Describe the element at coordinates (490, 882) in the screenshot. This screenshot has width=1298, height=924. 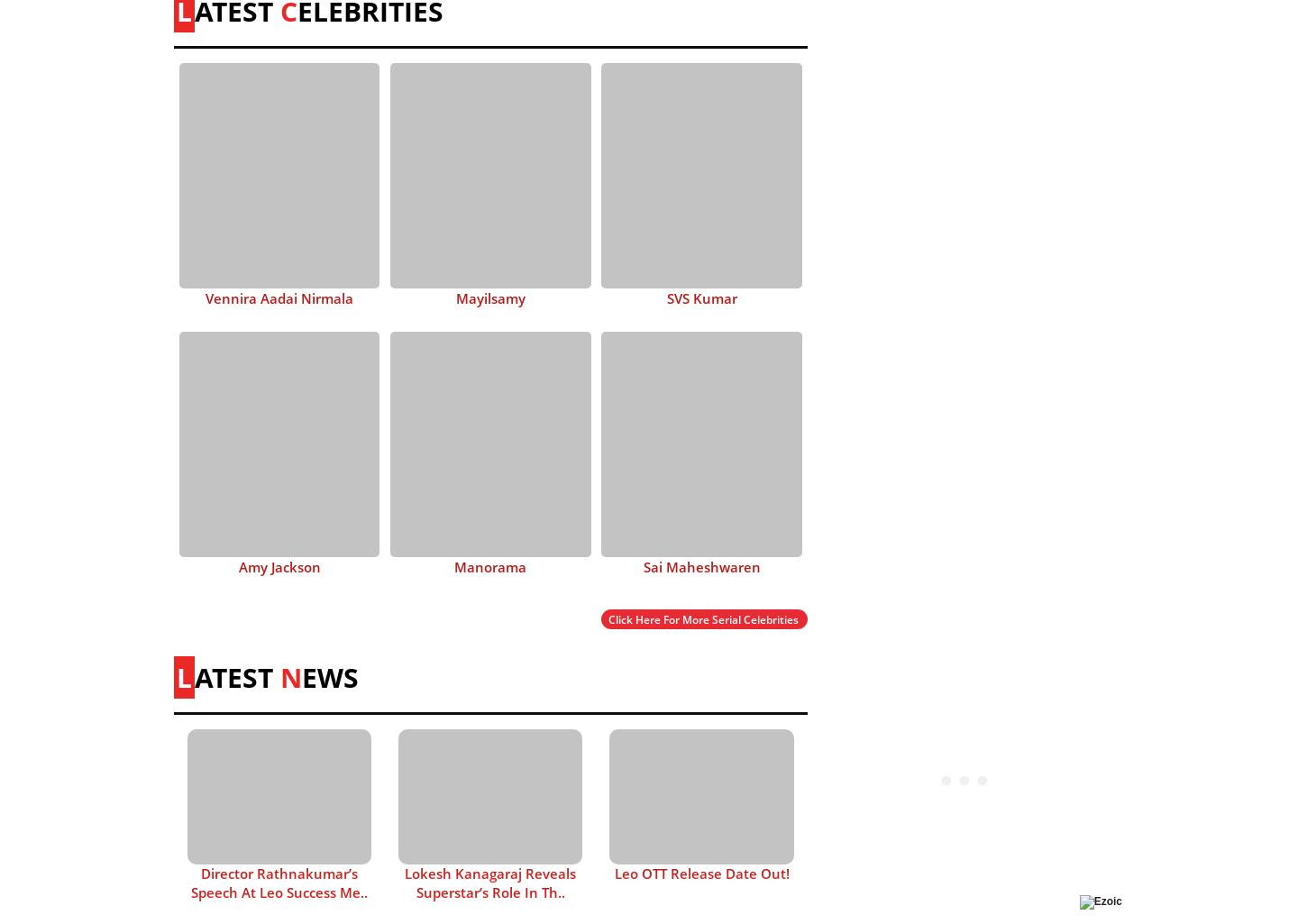
I see `'Lokesh Kanagaraj Reveals Superstar’s Role In Th..'` at that location.